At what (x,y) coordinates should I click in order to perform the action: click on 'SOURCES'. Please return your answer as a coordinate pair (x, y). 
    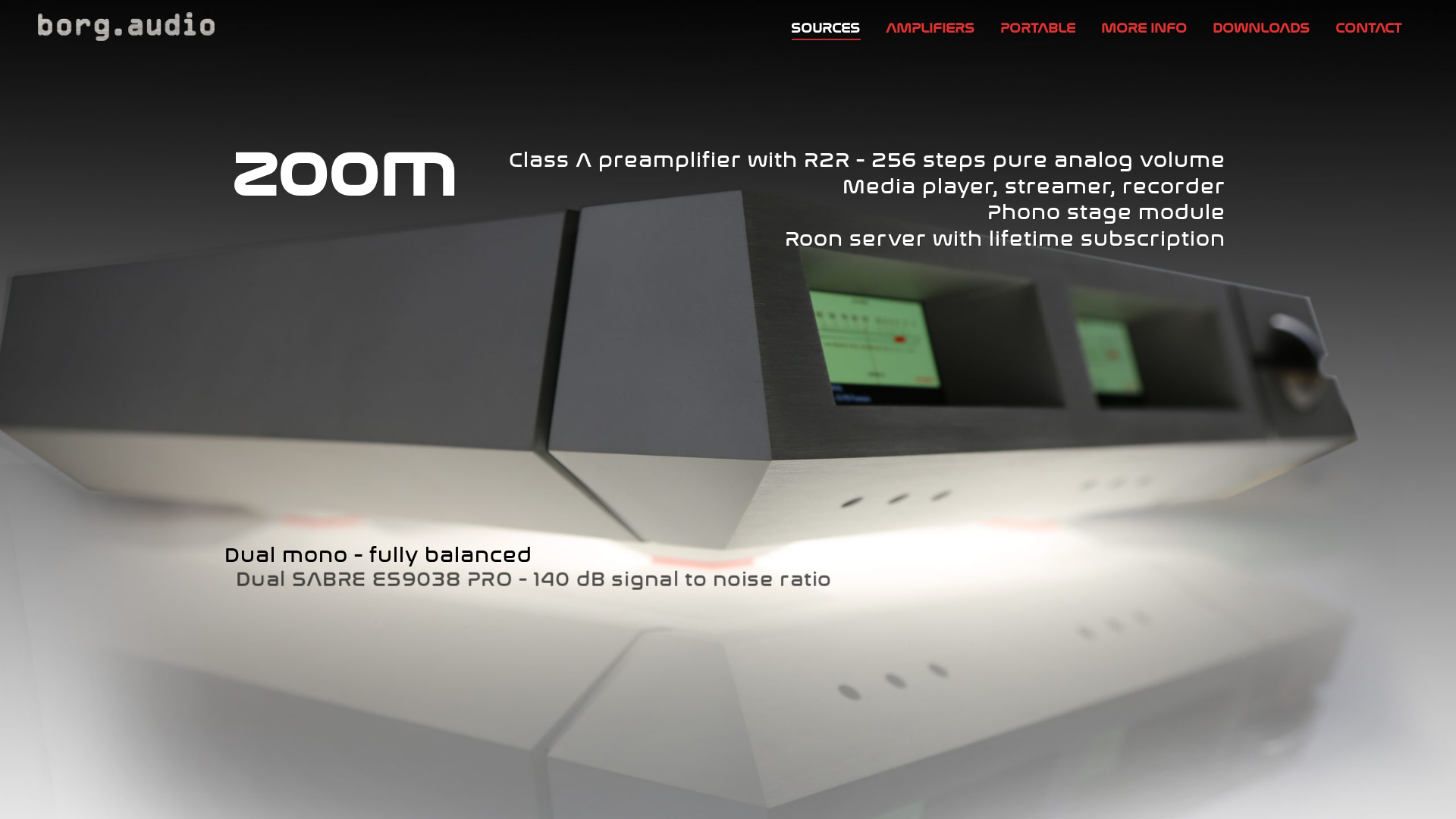
    Looking at the image, I should click on (824, 26).